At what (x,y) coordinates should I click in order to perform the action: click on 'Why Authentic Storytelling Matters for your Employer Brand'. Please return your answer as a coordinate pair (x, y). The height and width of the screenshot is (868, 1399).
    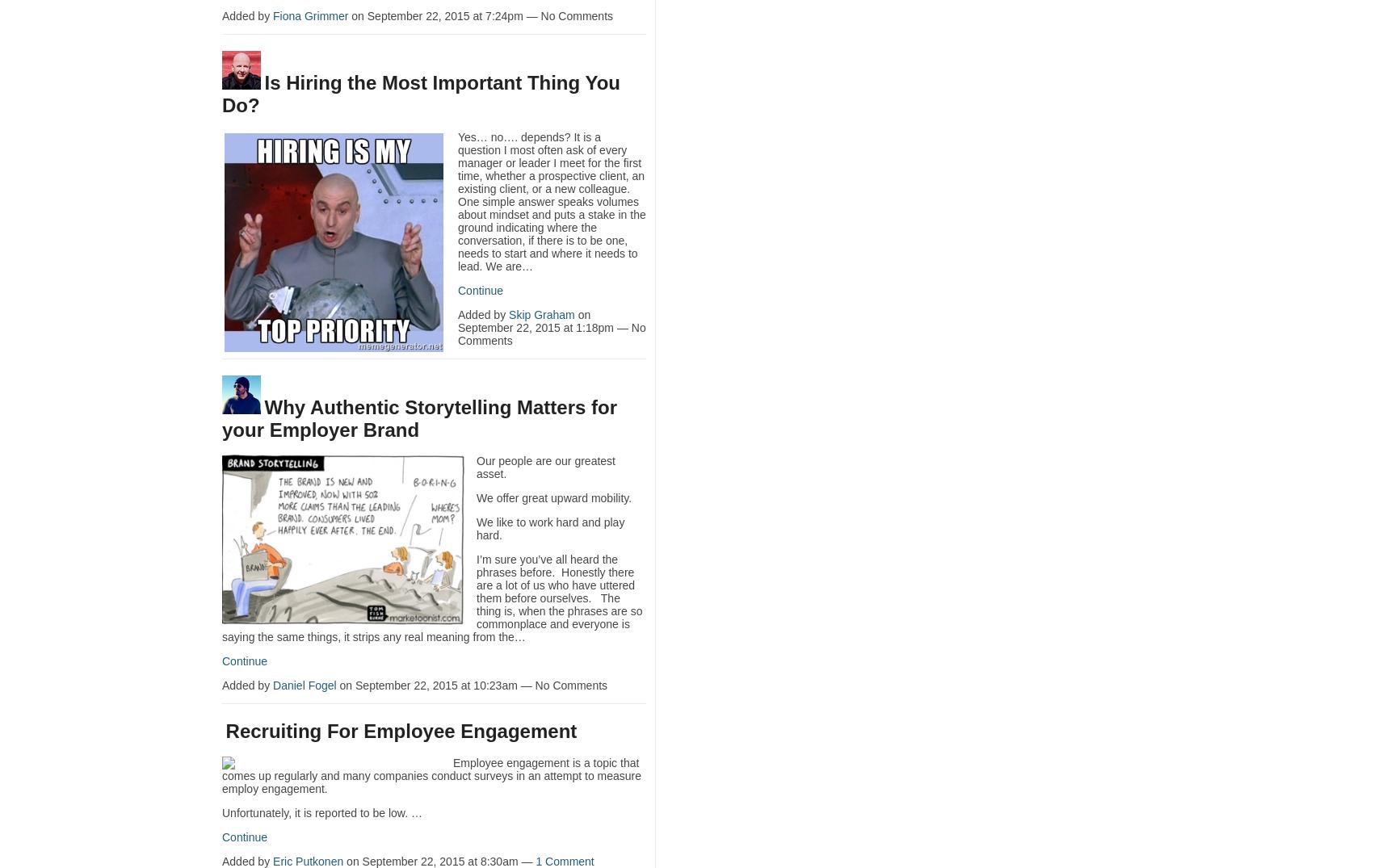
    Looking at the image, I should click on (221, 417).